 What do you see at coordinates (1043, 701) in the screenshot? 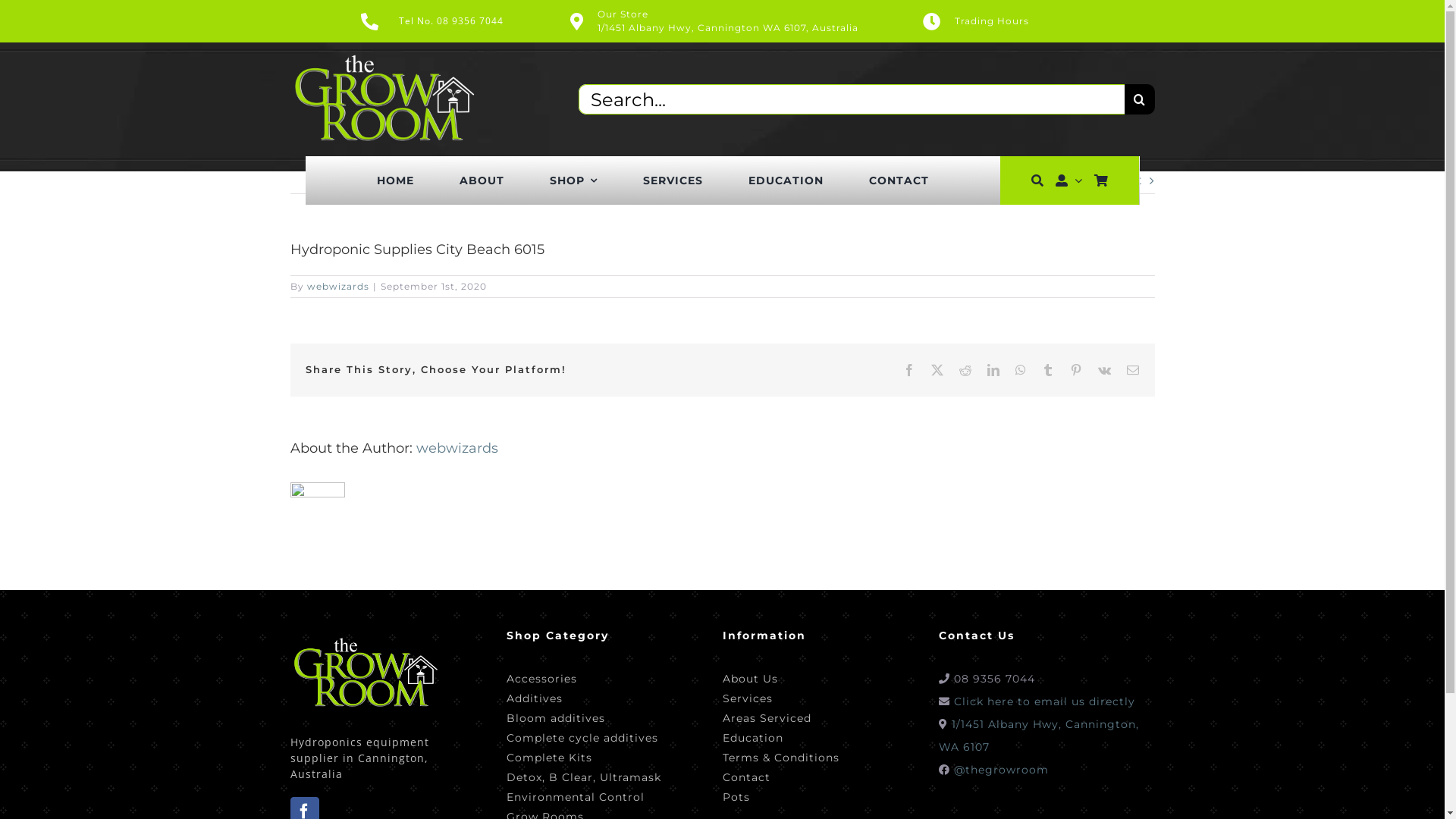
I see `'Click here to email us directly'` at bounding box center [1043, 701].